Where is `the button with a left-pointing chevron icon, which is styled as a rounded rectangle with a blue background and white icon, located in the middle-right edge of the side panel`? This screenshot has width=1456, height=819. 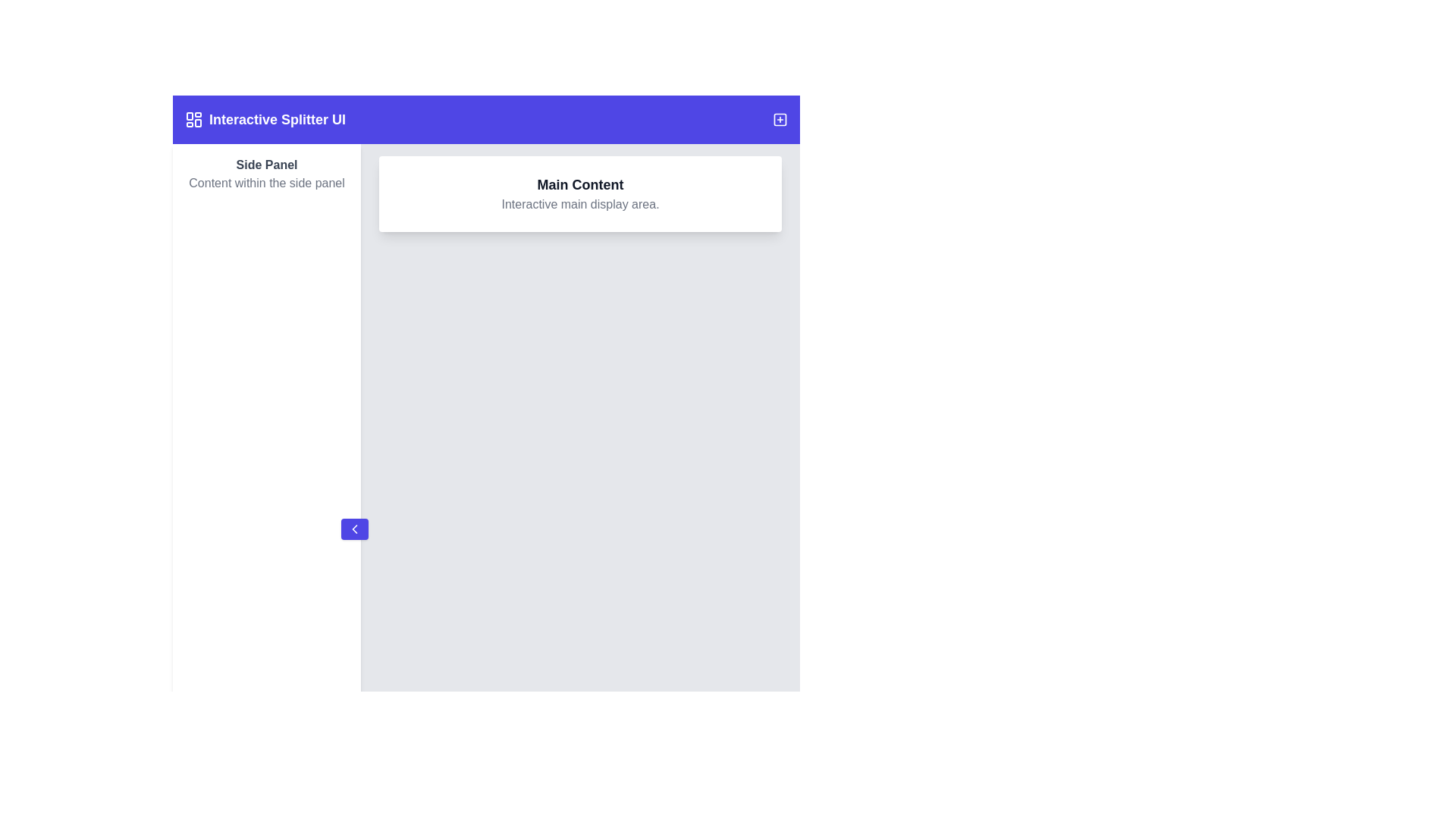
the button with a left-pointing chevron icon, which is styled as a rounded rectangle with a blue background and white icon, located in the middle-right edge of the side panel is located at coordinates (354, 529).